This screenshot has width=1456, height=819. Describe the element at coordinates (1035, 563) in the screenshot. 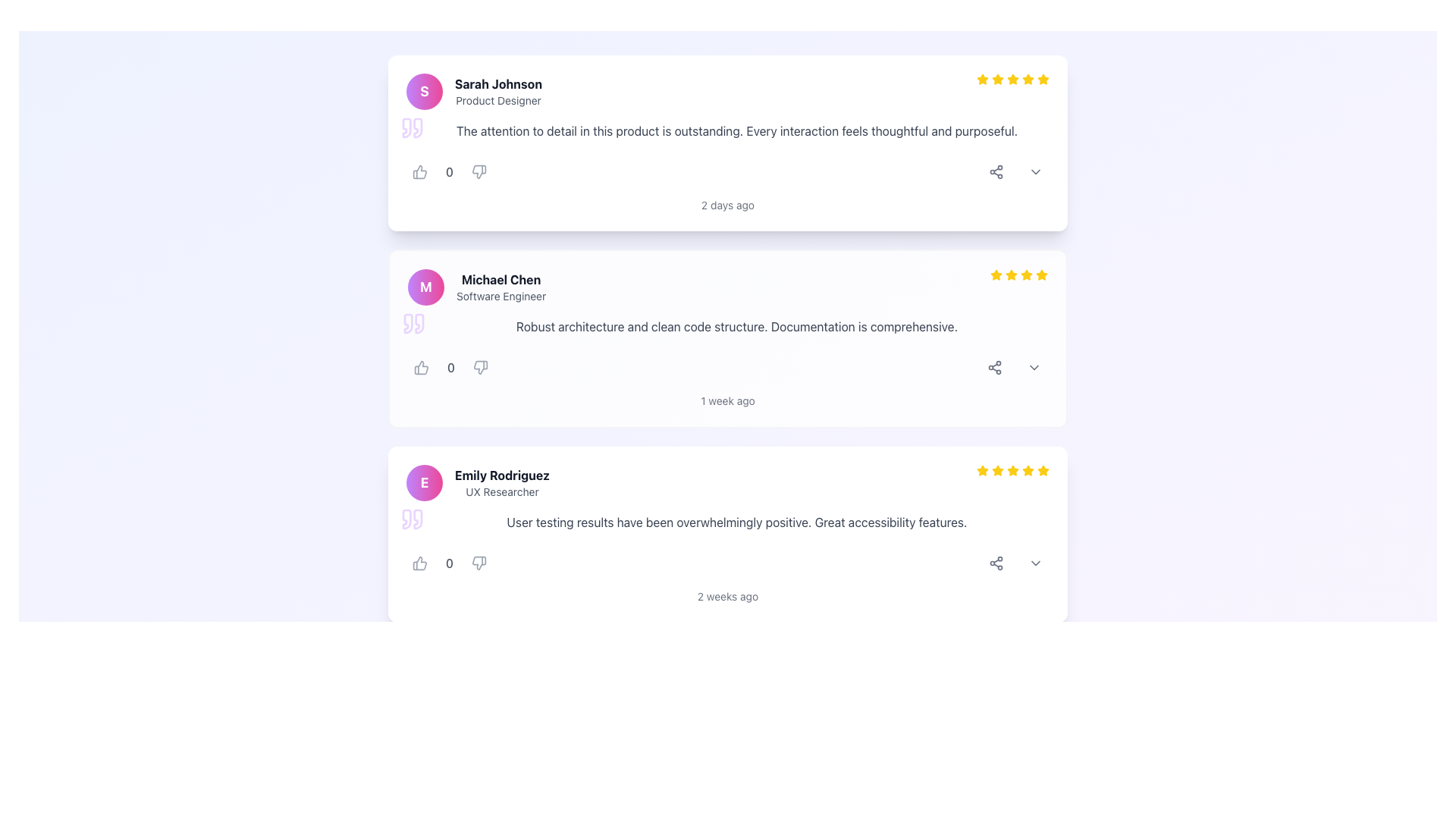

I see `the small circular button with a downward-facing chevron icon, located at the right end of the action bar at the bottom of the last card` at that location.